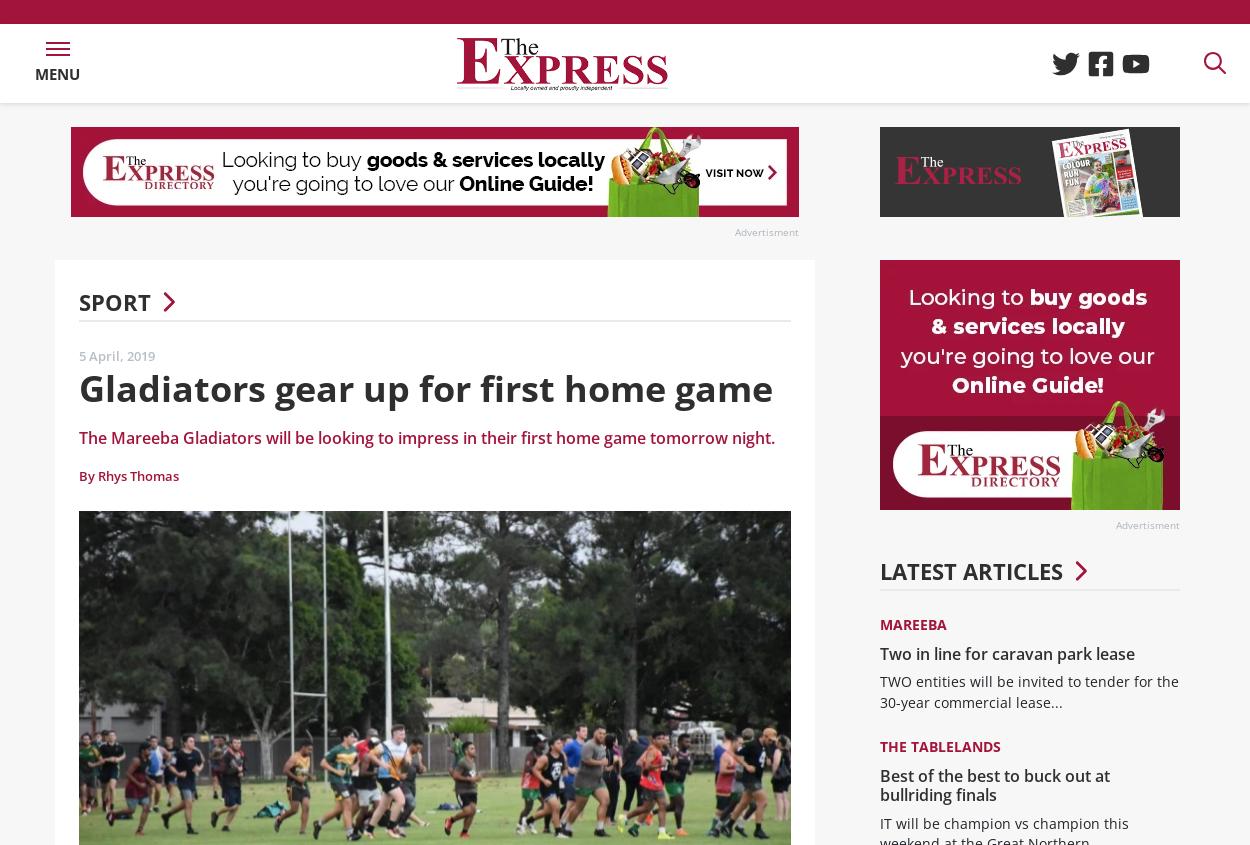  Describe the element at coordinates (35, 80) in the screenshot. I see `'Menu'` at that location.